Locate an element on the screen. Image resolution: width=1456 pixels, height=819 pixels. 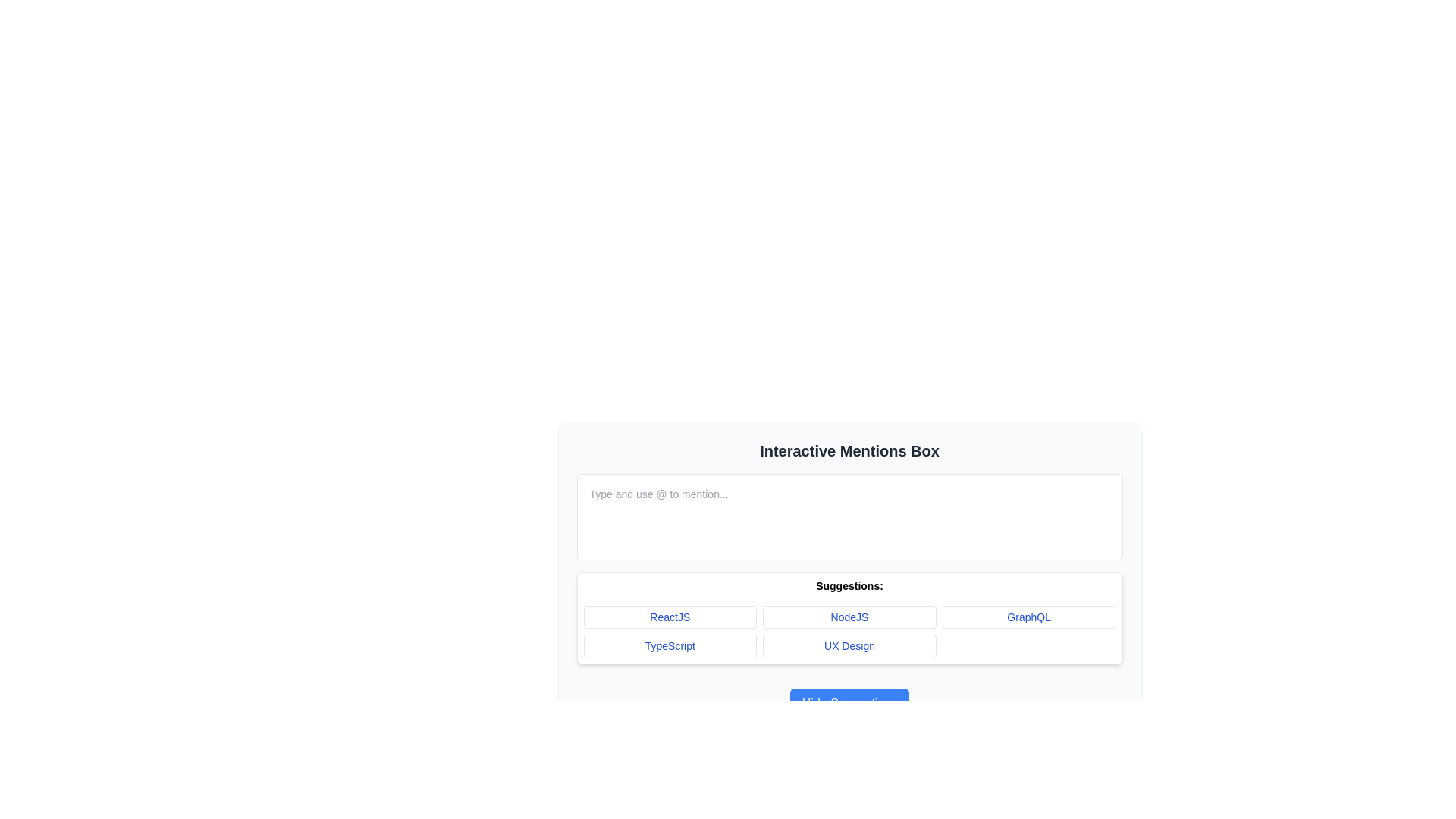
the 'Hide Suggestions' button, which is a rounded button with a blue background and white text, located at the bottom center of the interactive mentions box interface is located at coordinates (849, 704).